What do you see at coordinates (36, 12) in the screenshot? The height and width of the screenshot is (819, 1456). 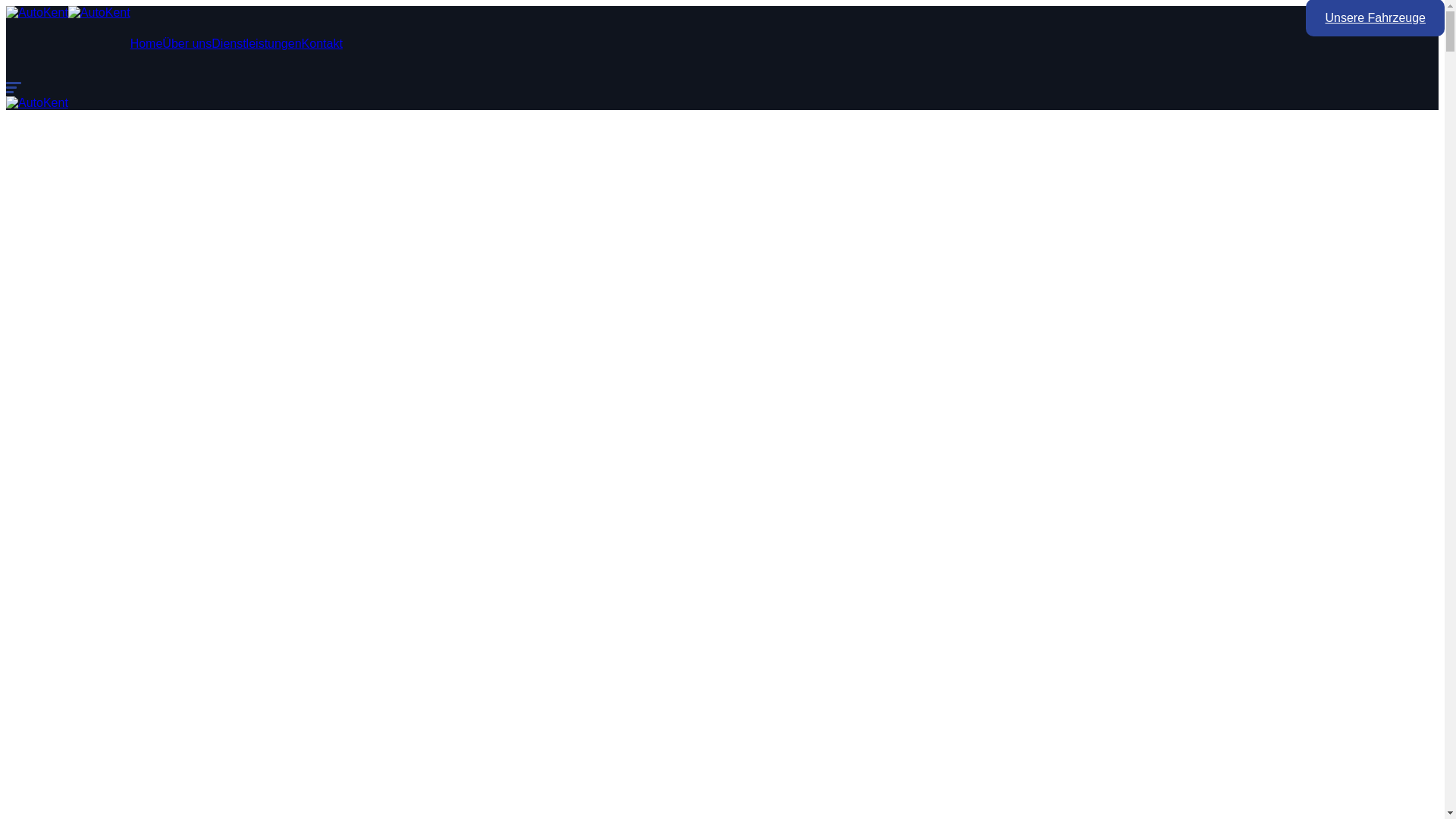 I see `'AutoKent'` at bounding box center [36, 12].